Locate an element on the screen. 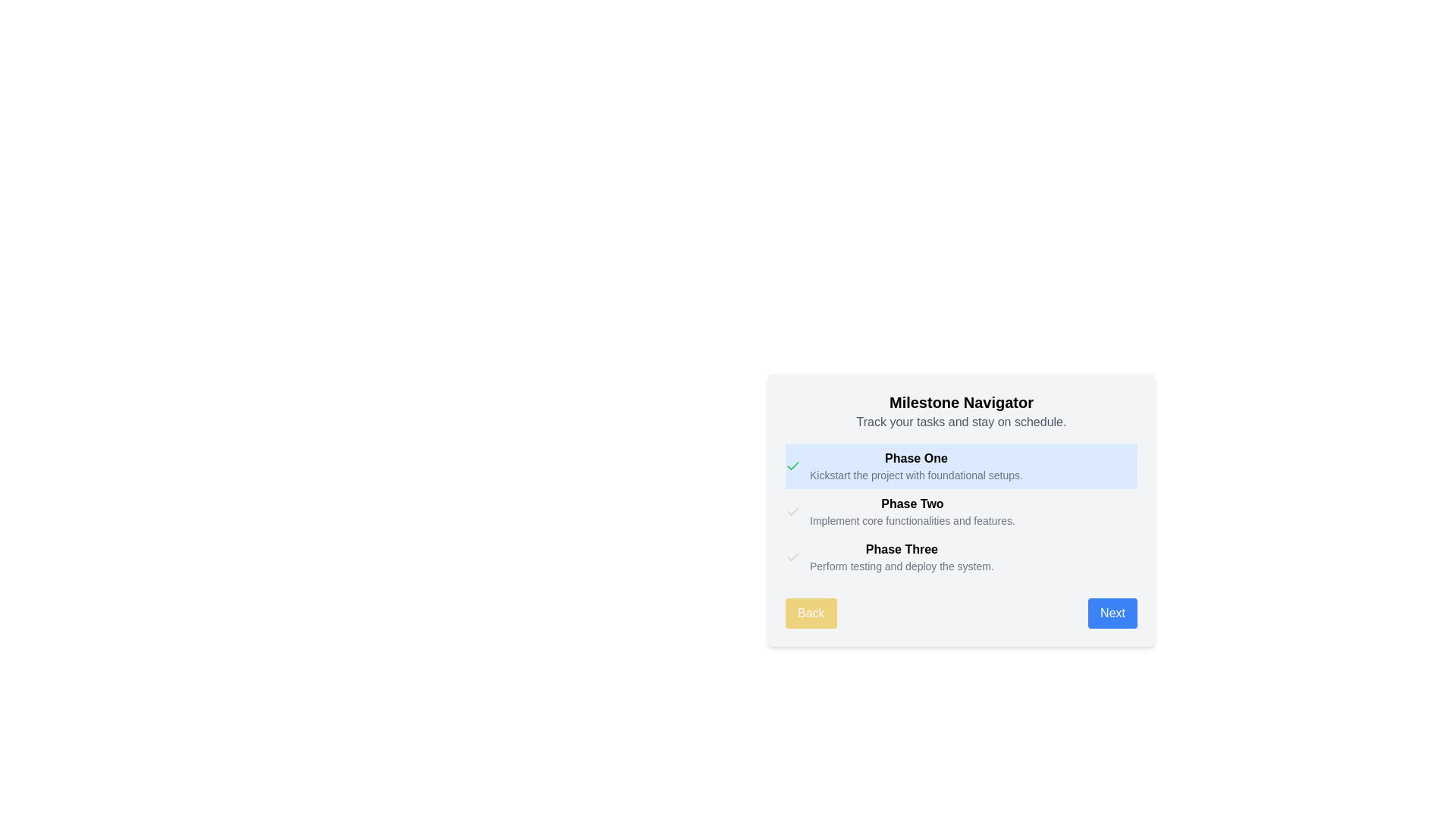  the Text Label that serves as a title for the second phase of the project, positioned between the 'Phase One' and 'Phase Three' milestones is located at coordinates (912, 504).